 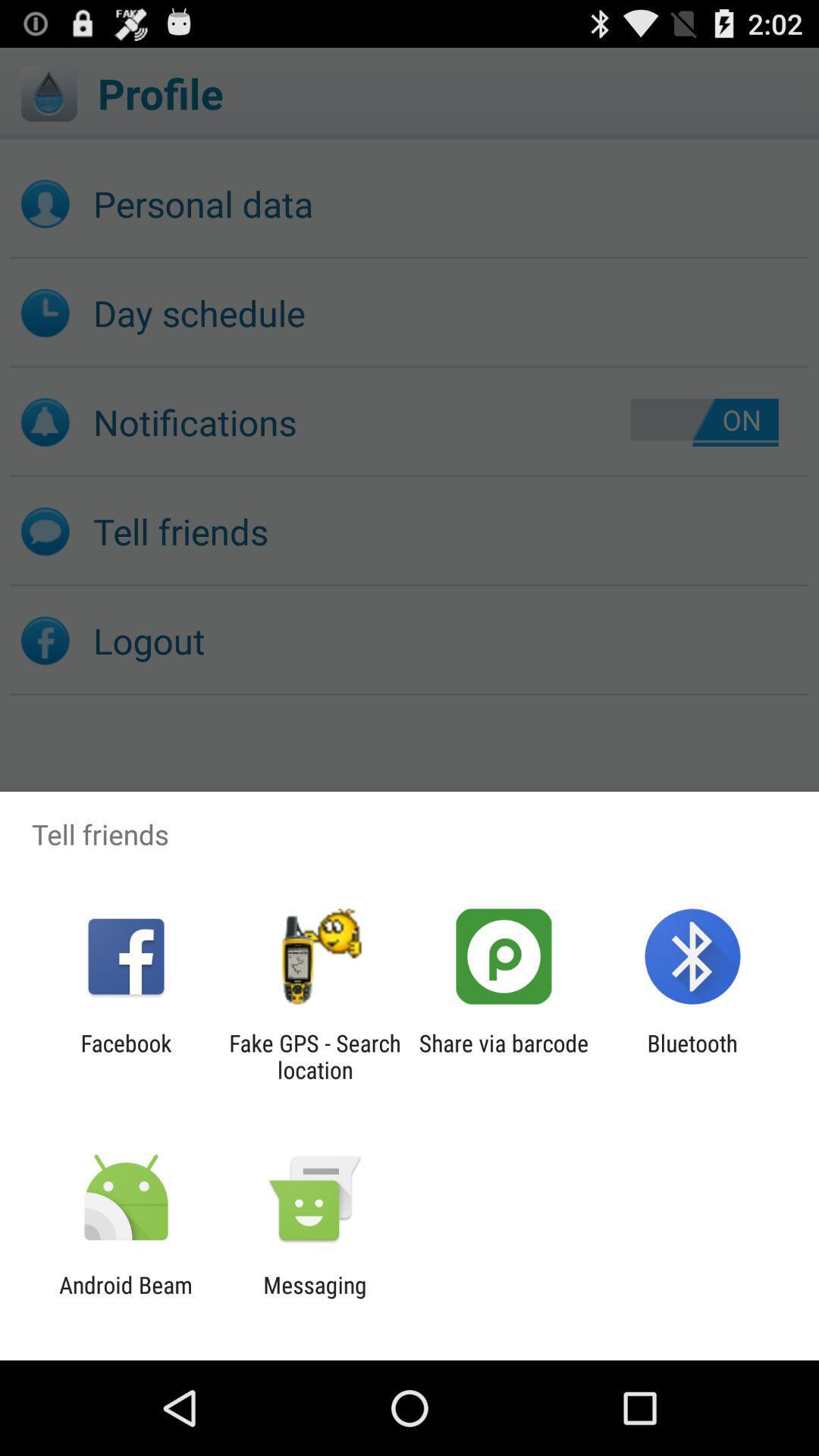 I want to click on bluetooth app, so click(x=692, y=1056).